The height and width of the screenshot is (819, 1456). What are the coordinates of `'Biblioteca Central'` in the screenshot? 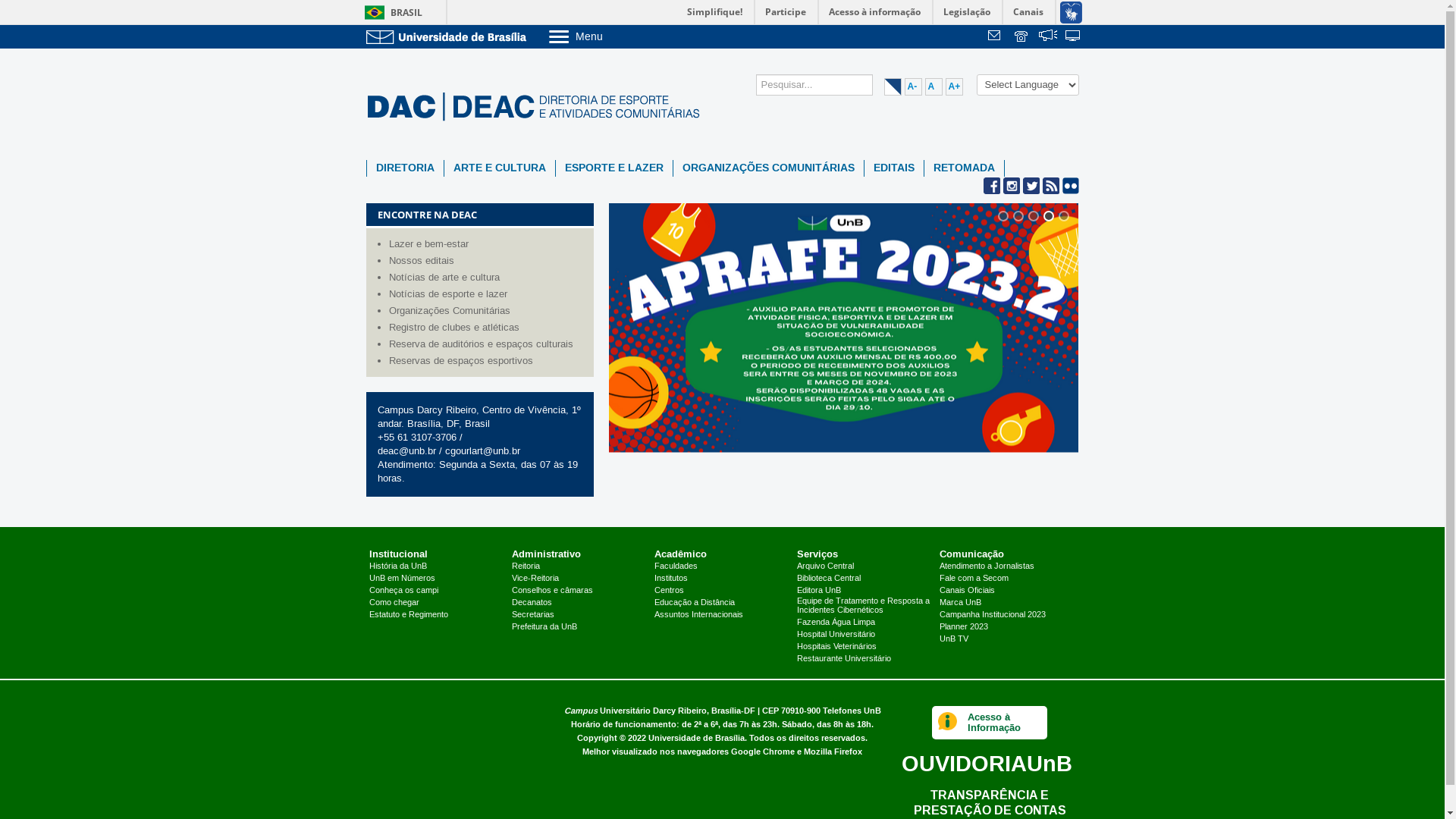 It's located at (828, 579).